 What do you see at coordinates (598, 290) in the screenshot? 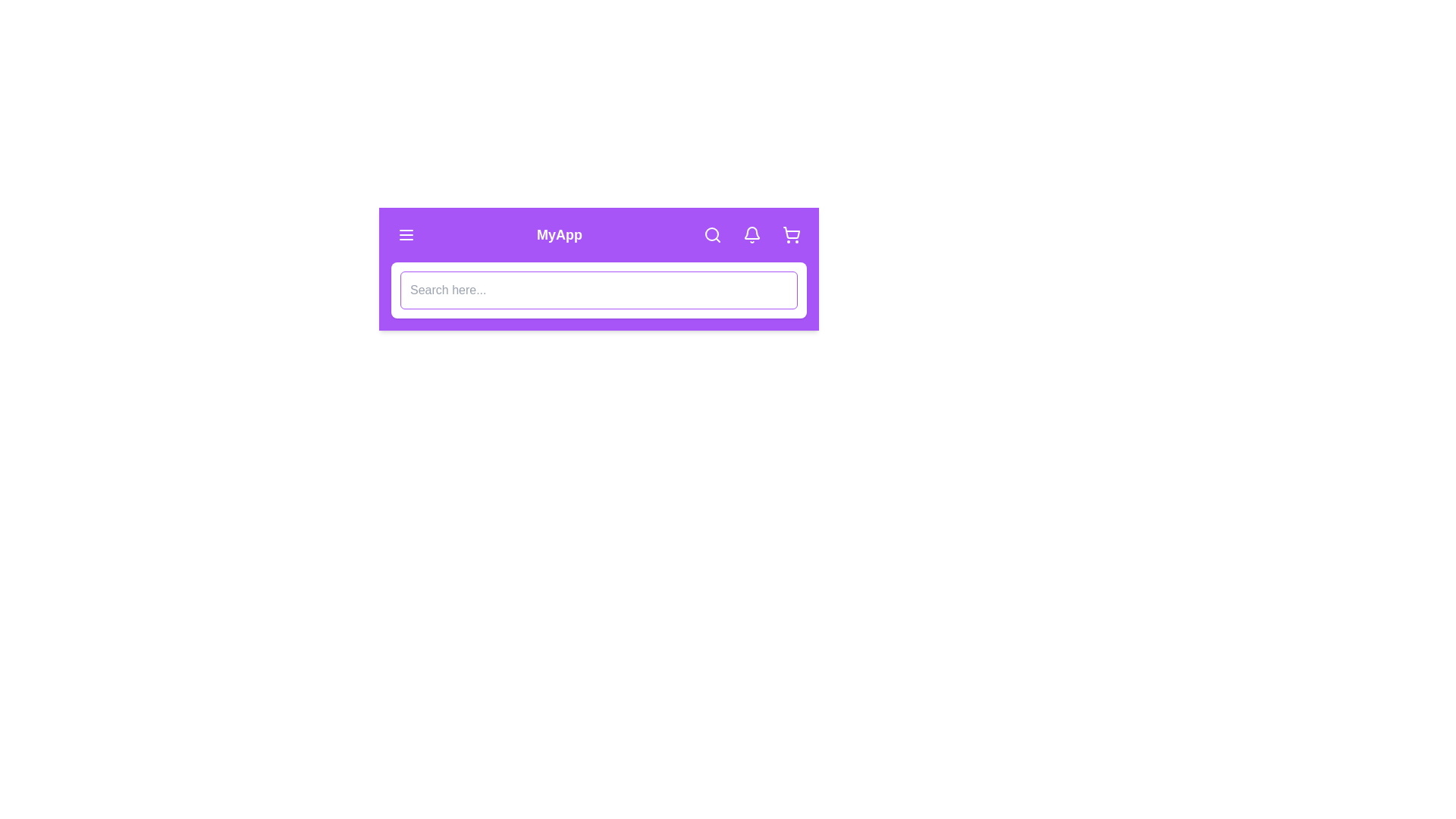
I see `the search input field and clear its content` at bounding box center [598, 290].